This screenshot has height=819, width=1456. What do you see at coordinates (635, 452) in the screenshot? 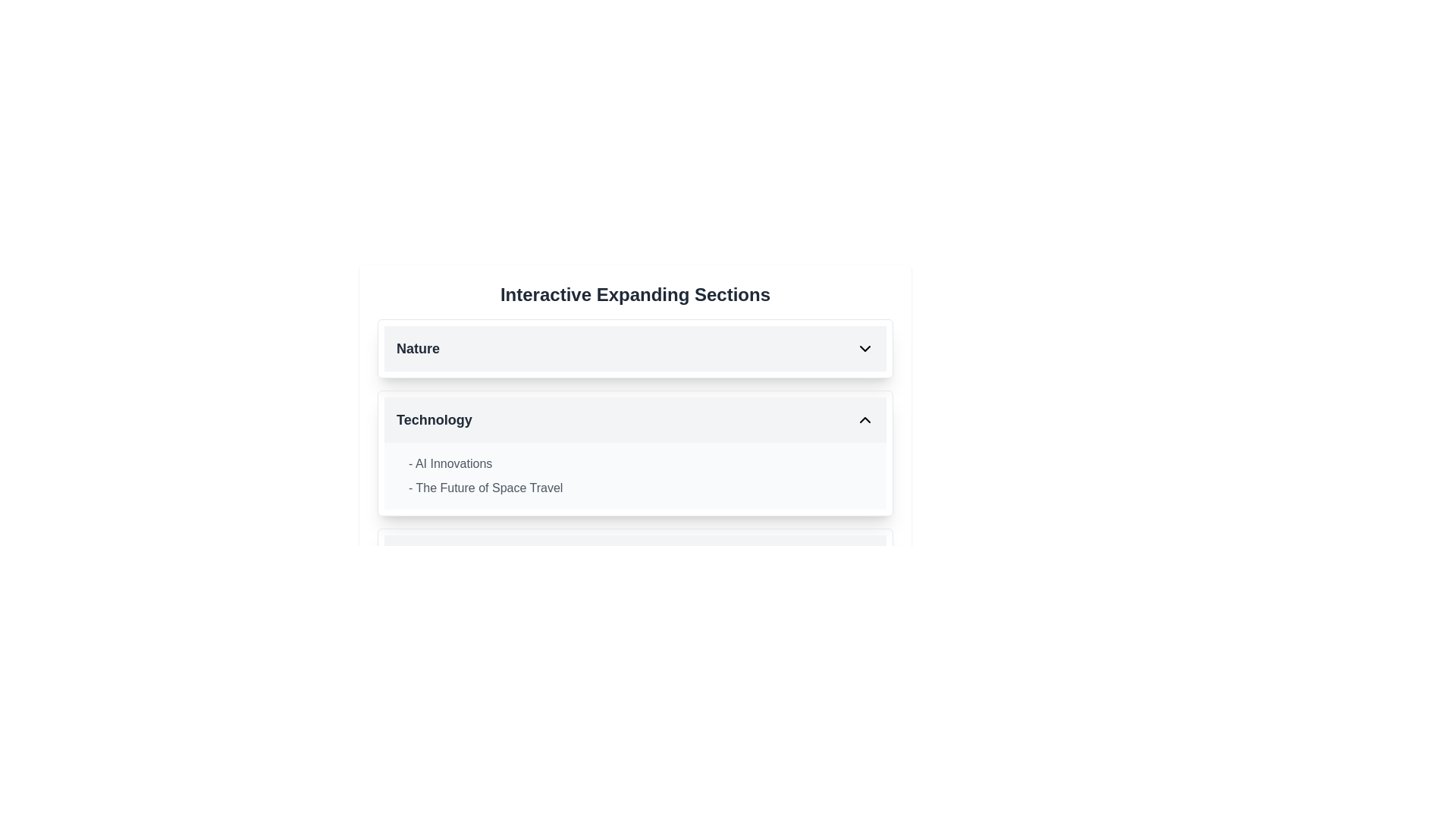
I see `the second collapsible section related to 'Technology'` at bounding box center [635, 452].